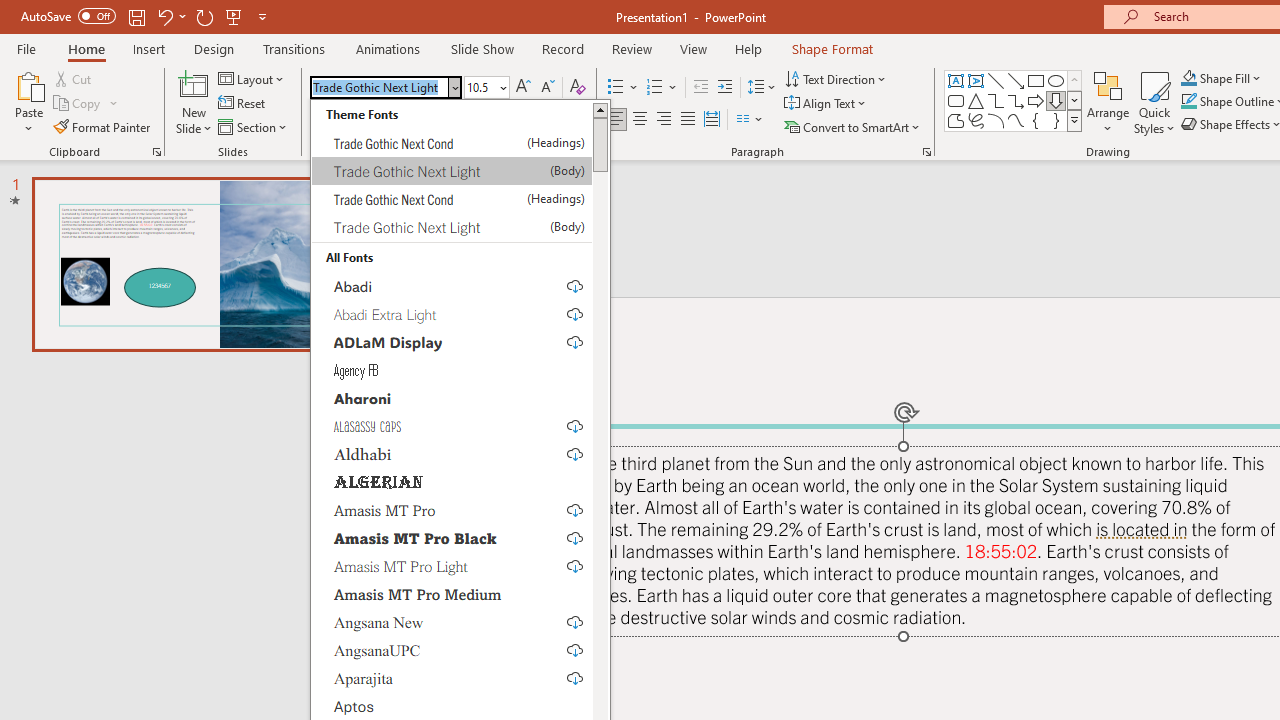 This screenshot has width=1280, height=720. Describe the element at coordinates (561, 119) in the screenshot. I see `'Font Color Red'` at that location.